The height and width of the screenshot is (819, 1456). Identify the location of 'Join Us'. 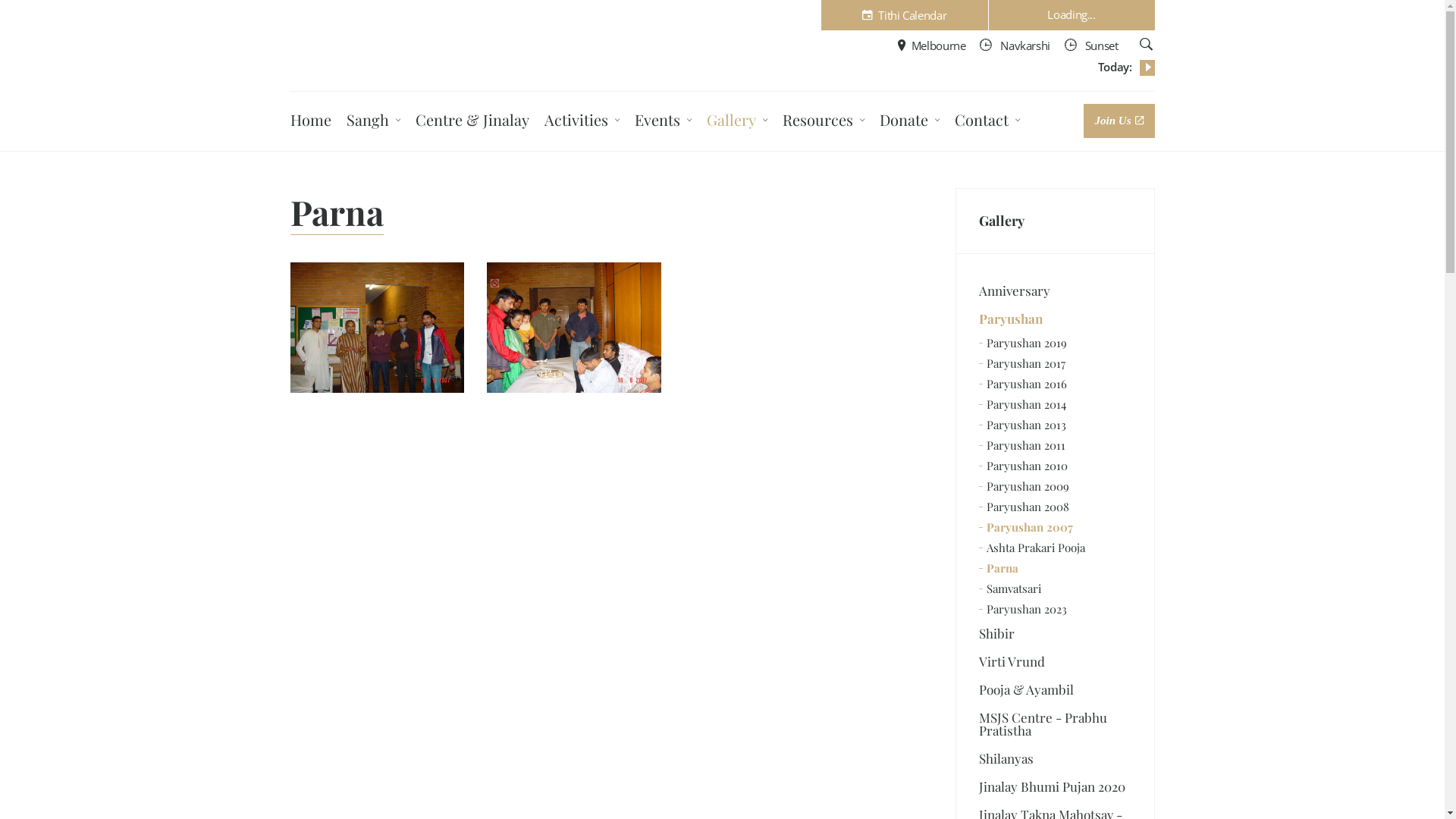
(1119, 120).